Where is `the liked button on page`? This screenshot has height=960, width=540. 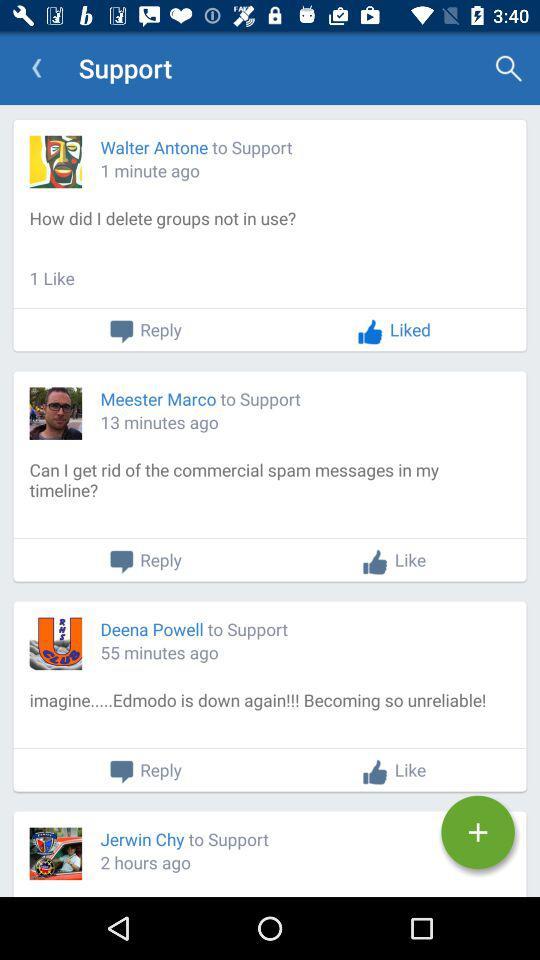
the liked button on page is located at coordinates (395, 331).